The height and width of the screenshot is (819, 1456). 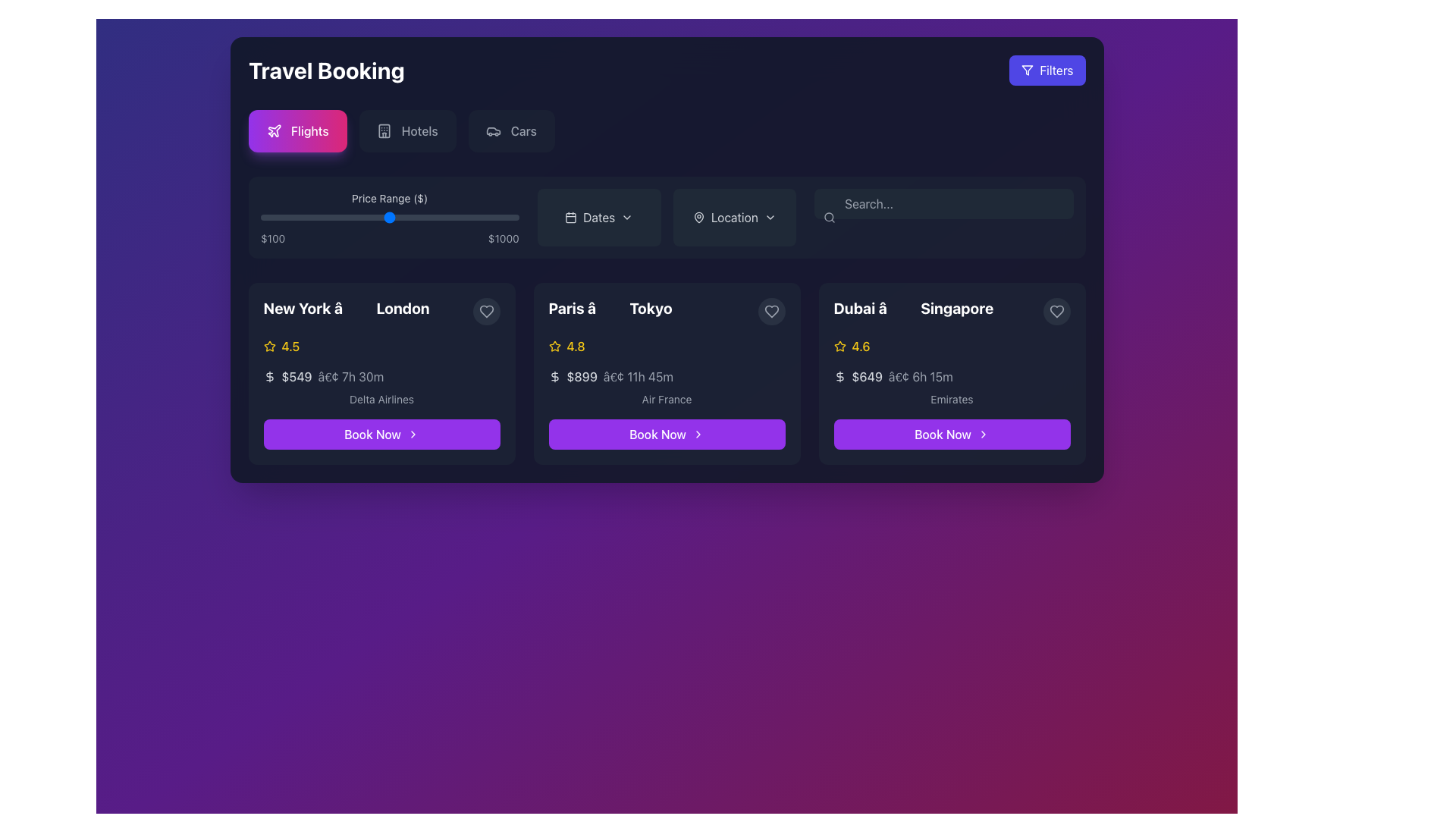 What do you see at coordinates (381, 435) in the screenshot?
I see `the booking button at the bottom center of the flight offer card from 'New York' to 'London'` at bounding box center [381, 435].